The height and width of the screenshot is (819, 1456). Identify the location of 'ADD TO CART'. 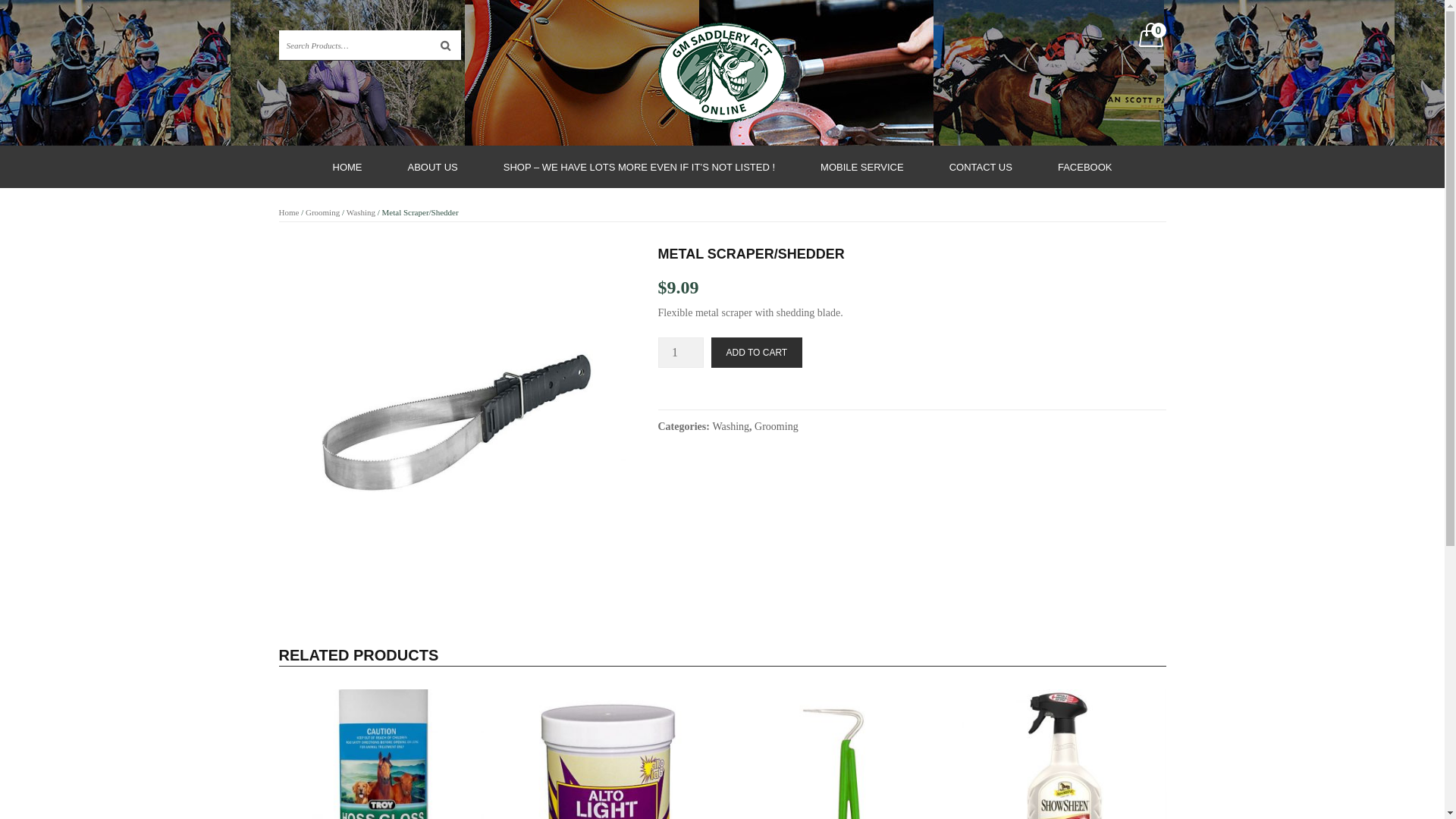
(710, 353).